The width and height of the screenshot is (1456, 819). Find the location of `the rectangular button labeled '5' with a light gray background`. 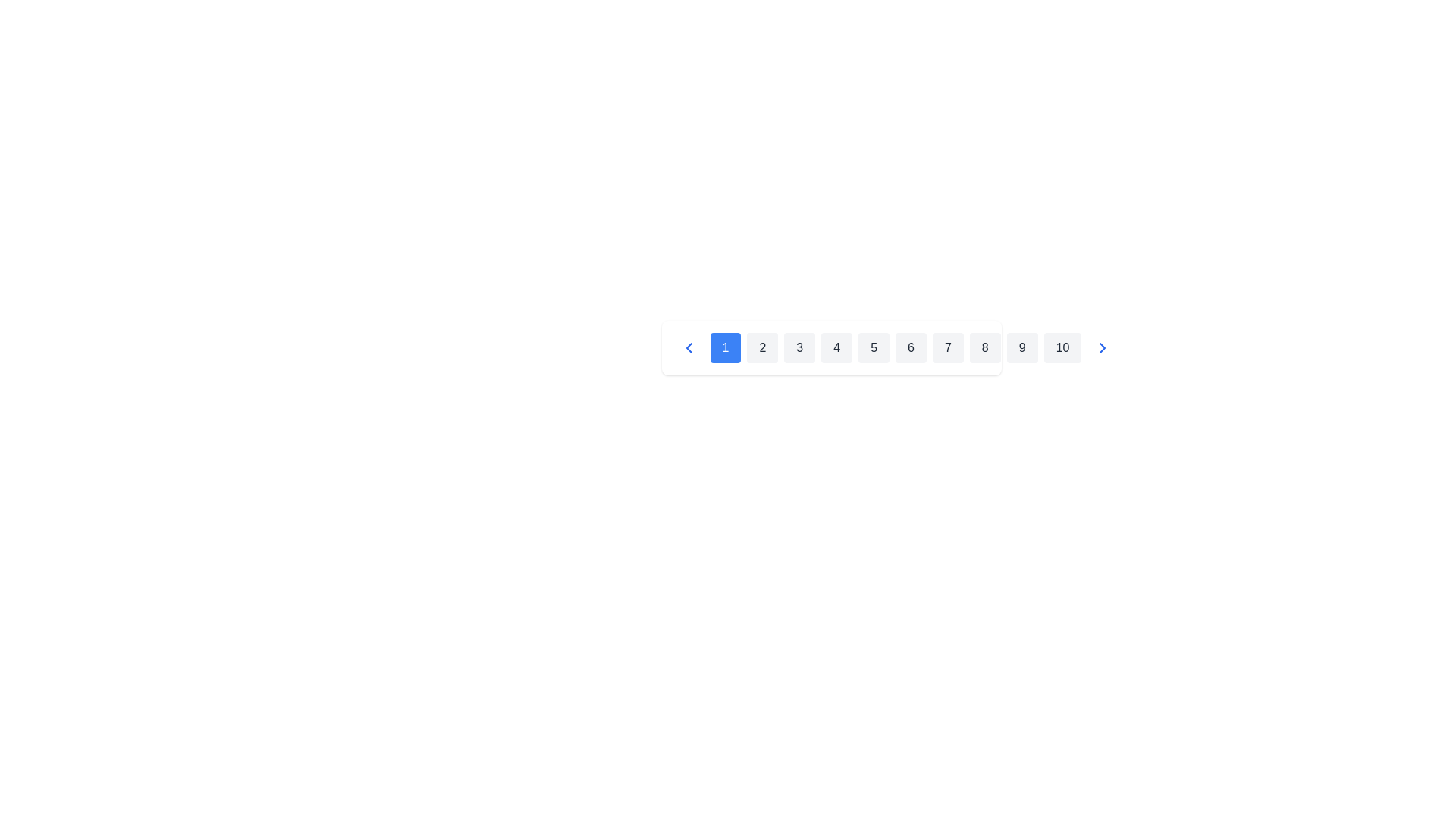

the rectangular button labeled '5' with a light gray background is located at coordinates (874, 348).